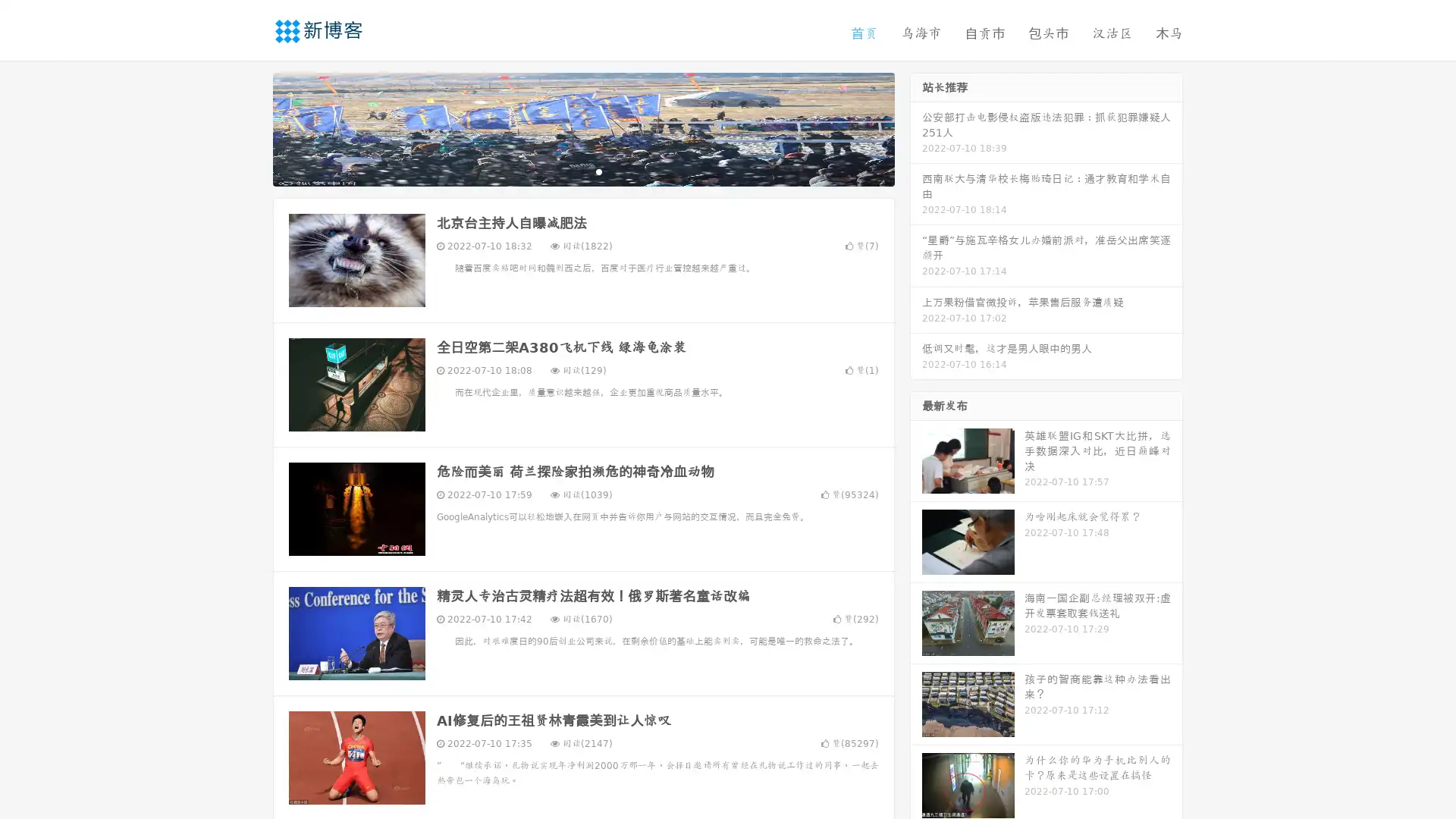 Image resolution: width=1456 pixels, height=819 pixels. What do you see at coordinates (582, 171) in the screenshot?
I see `Go to slide 2` at bounding box center [582, 171].